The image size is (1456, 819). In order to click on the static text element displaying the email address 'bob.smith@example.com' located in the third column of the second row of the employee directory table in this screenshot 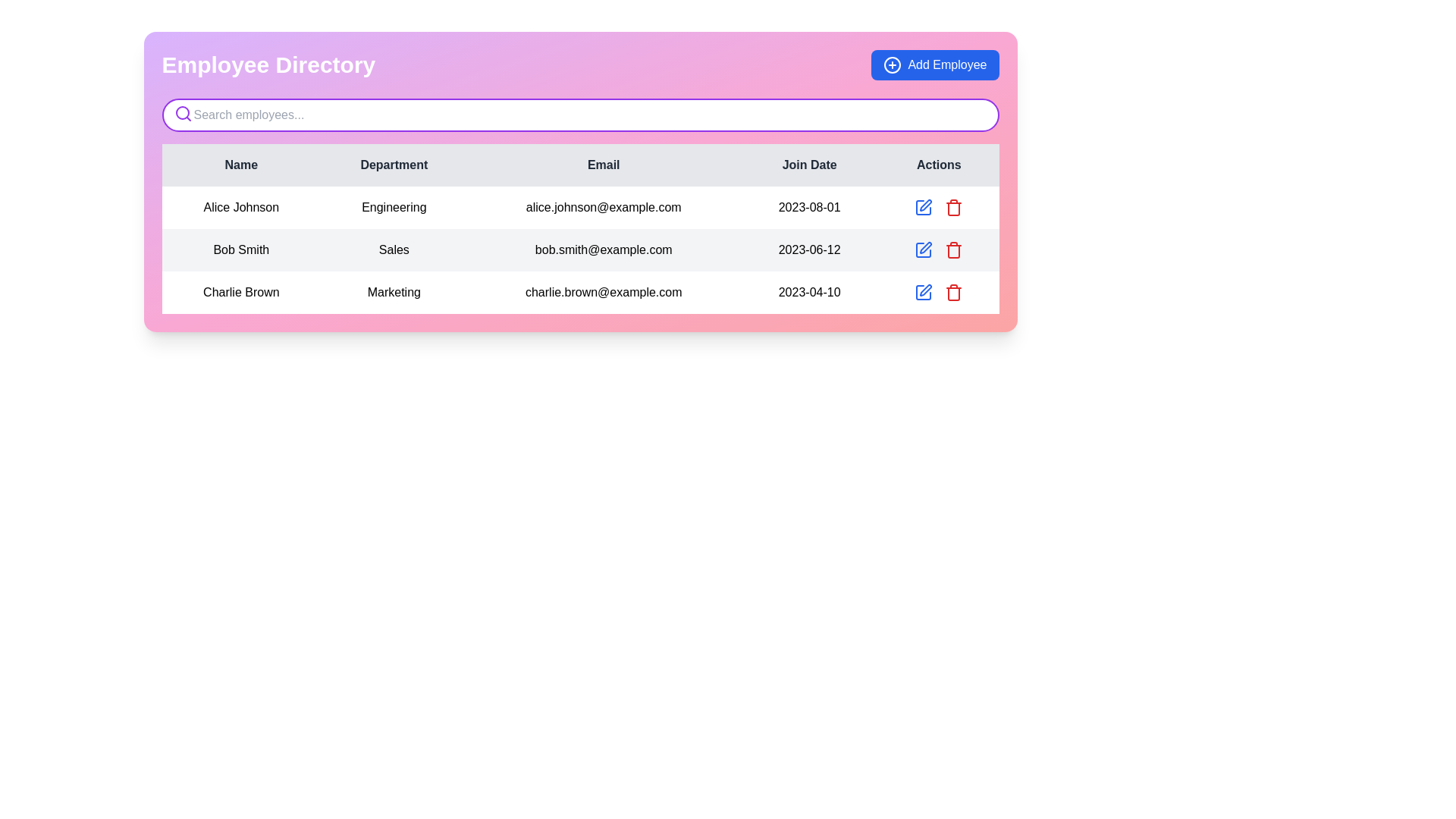, I will do `click(603, 249)`.